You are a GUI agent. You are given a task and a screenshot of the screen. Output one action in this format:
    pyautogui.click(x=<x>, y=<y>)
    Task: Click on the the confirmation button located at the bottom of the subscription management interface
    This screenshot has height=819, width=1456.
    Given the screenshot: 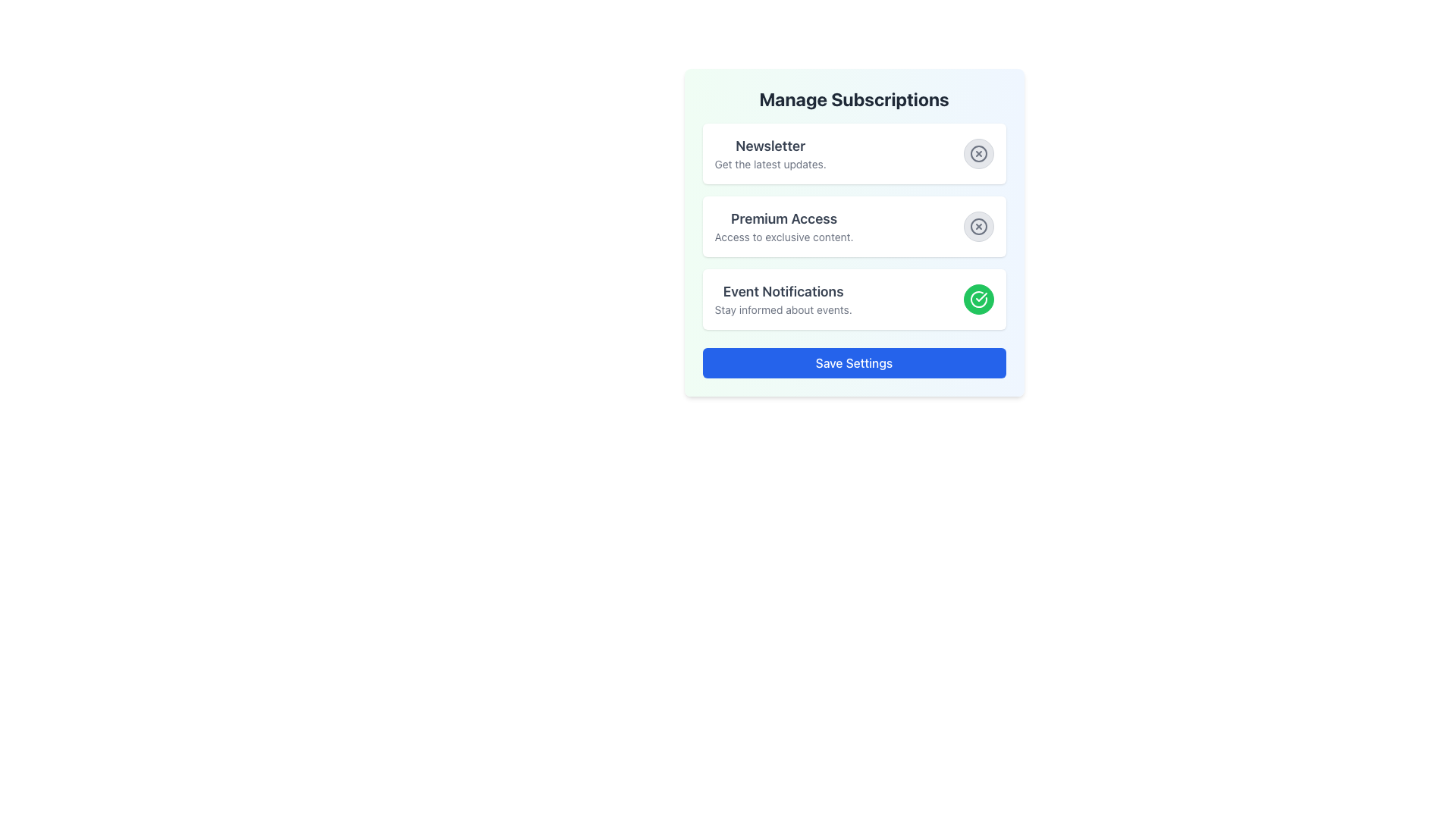 What is the action you would take?
    pyautogui.click(x=854, y=362)
    